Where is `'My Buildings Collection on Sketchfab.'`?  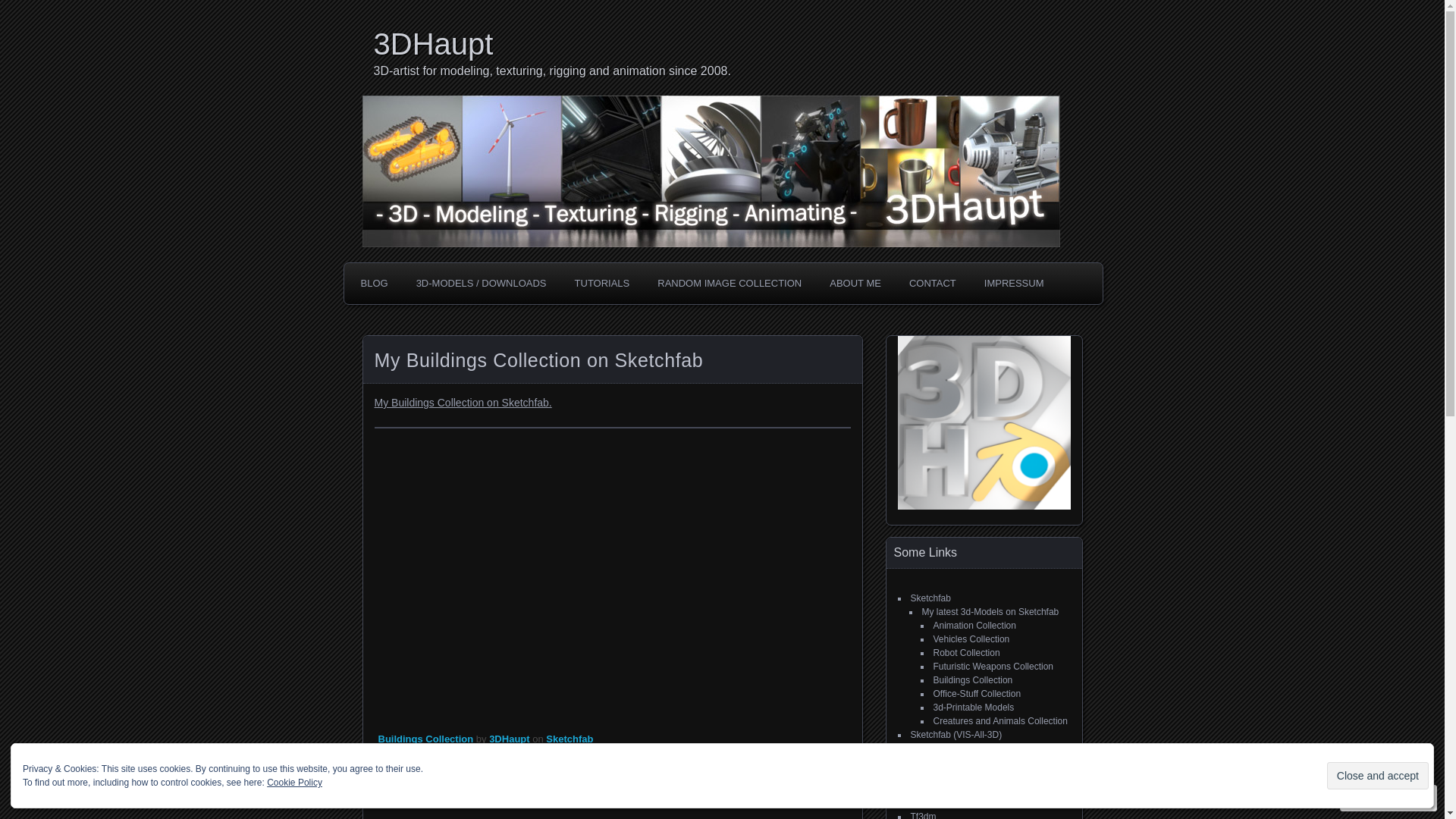
'My Buildings Collection on Sketchfab.' is located at coordinates (462, 402).